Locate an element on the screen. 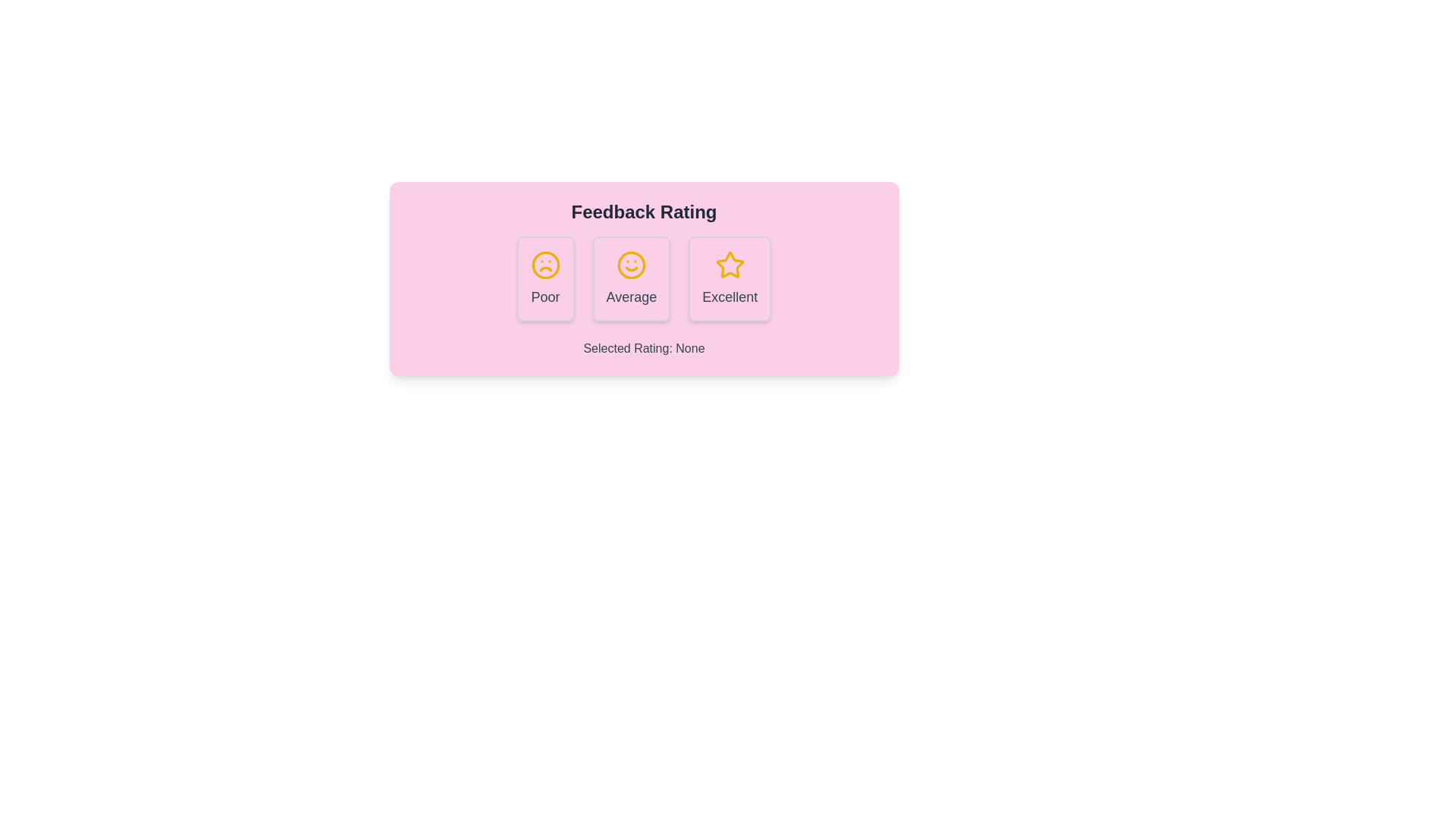  the 'Average' rating button, which is the second option in the horizontally-aligned group titled 'Feedback Rating', featuring a yellow smiling face icon and medium gray text is located at coordinates (631, 278).